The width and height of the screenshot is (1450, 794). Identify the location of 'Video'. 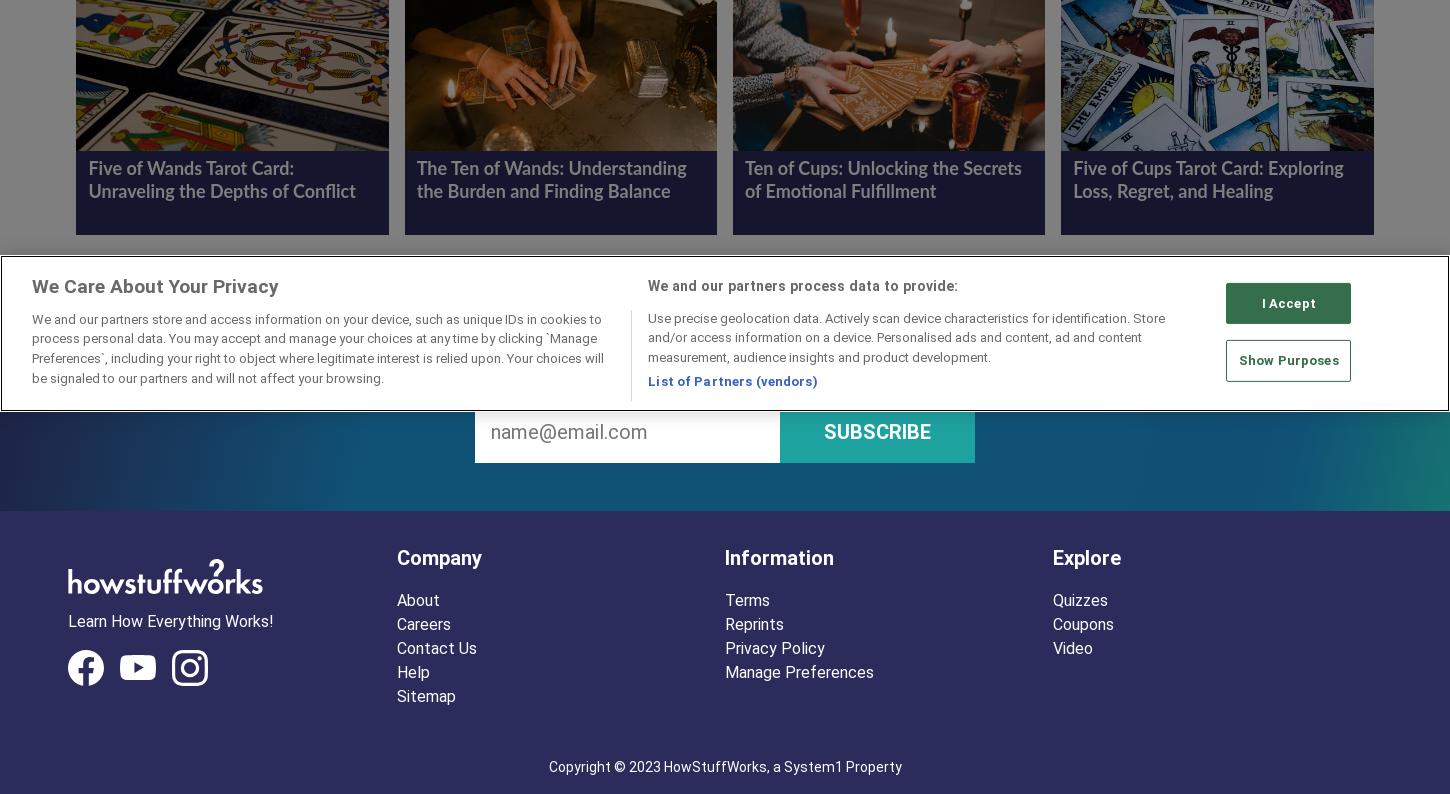
(1073, 646).